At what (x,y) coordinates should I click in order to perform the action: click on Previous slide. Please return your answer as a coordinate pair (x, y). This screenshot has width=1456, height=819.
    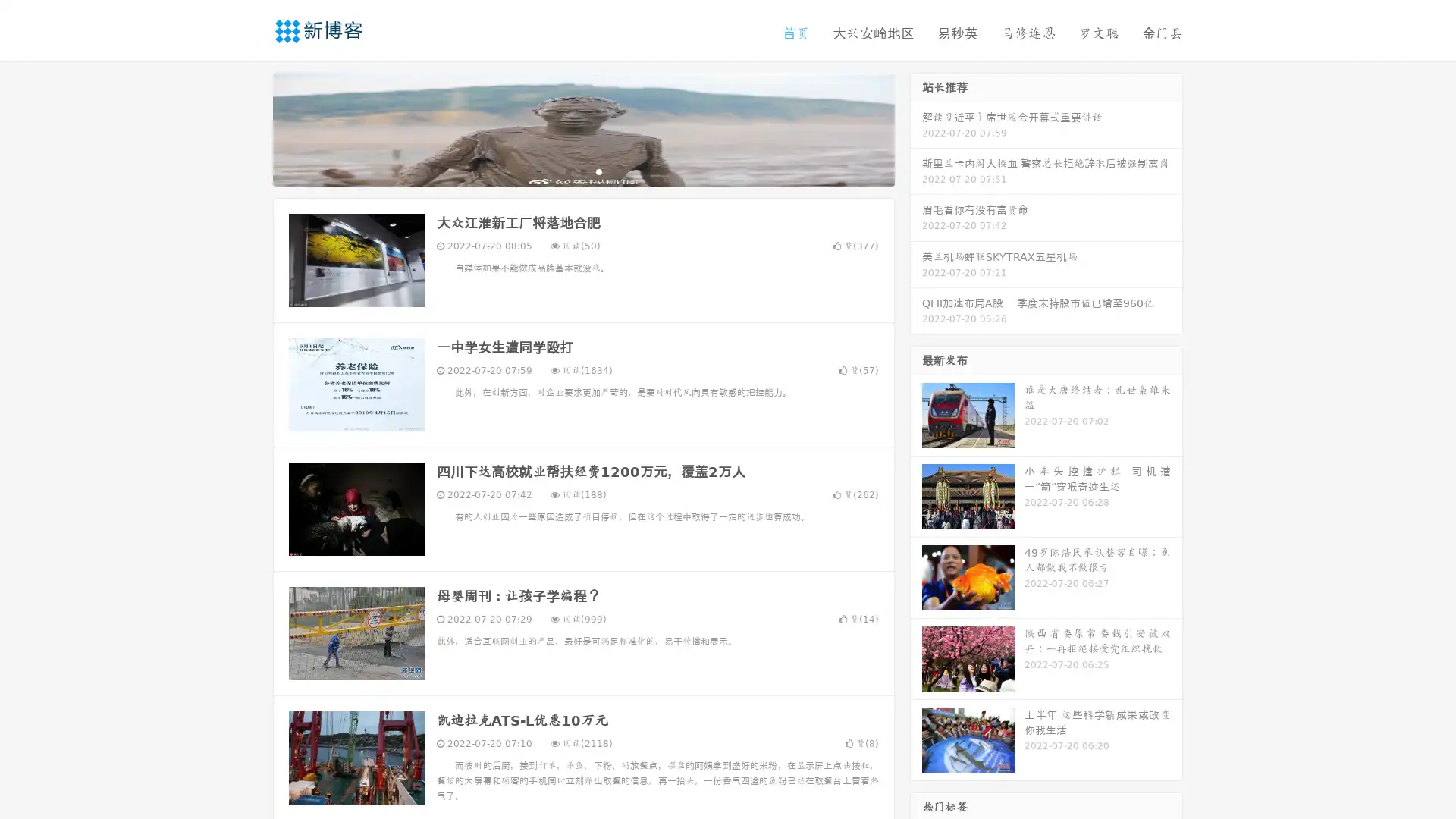
    Looking at the image, I should click on (250, 127).